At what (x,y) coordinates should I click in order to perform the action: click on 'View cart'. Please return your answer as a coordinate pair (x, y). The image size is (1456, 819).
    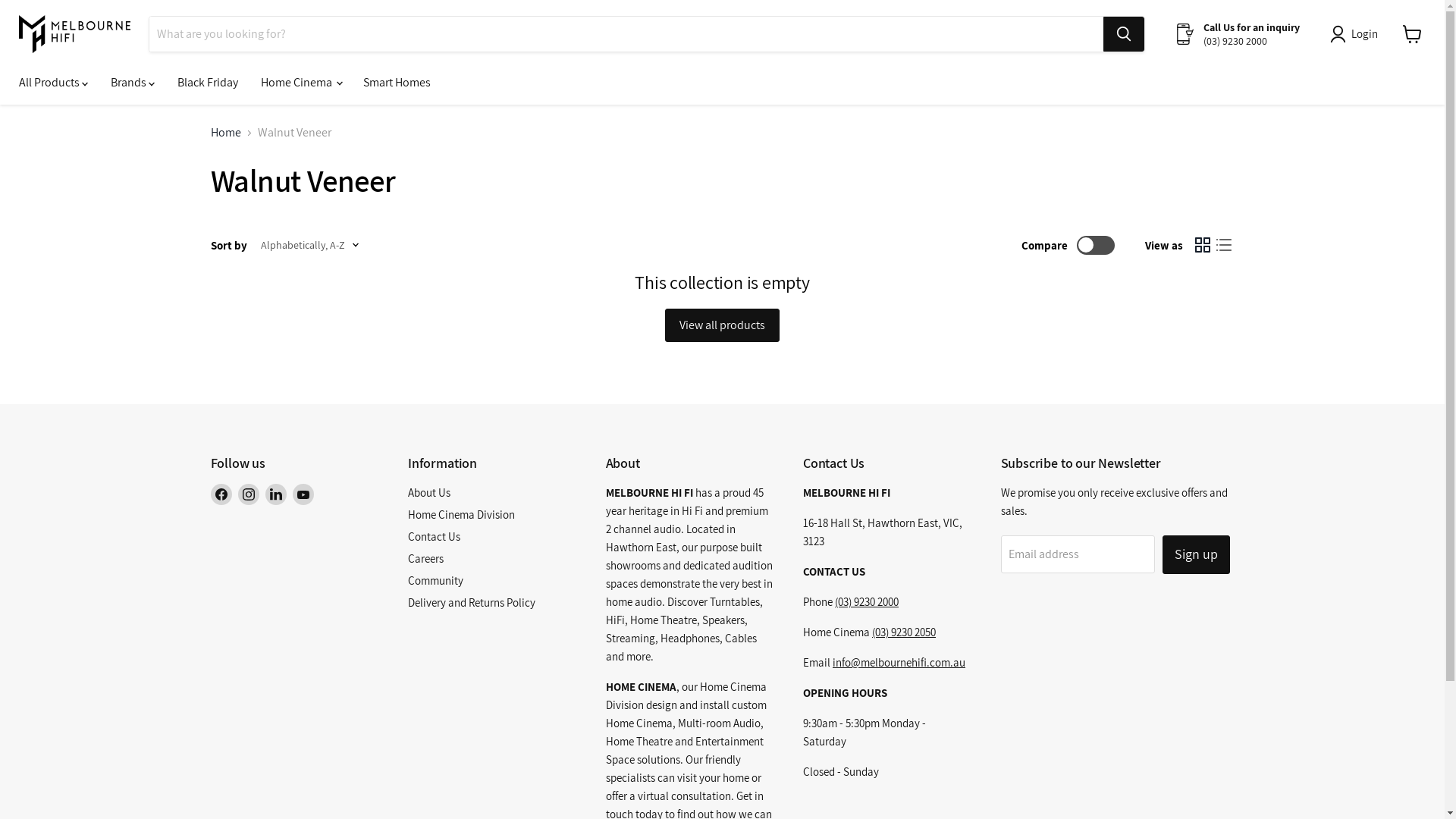
    Looking at the image, I should click on (1411, 34).